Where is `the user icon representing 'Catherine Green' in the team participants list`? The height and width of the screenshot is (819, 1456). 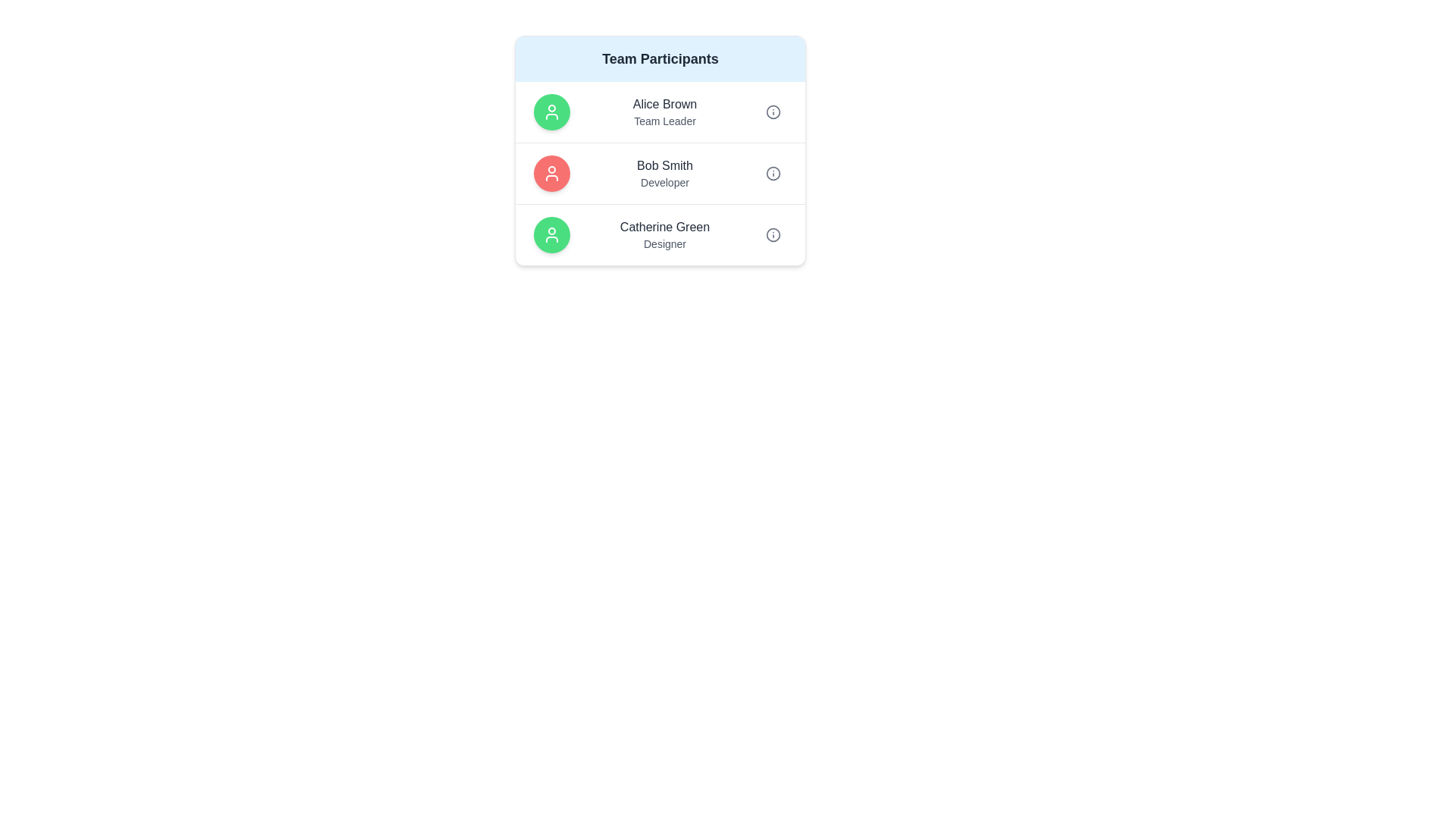
the user icon representing 'Catherine Green' in the team participants list is located at coordinates (551, 234).